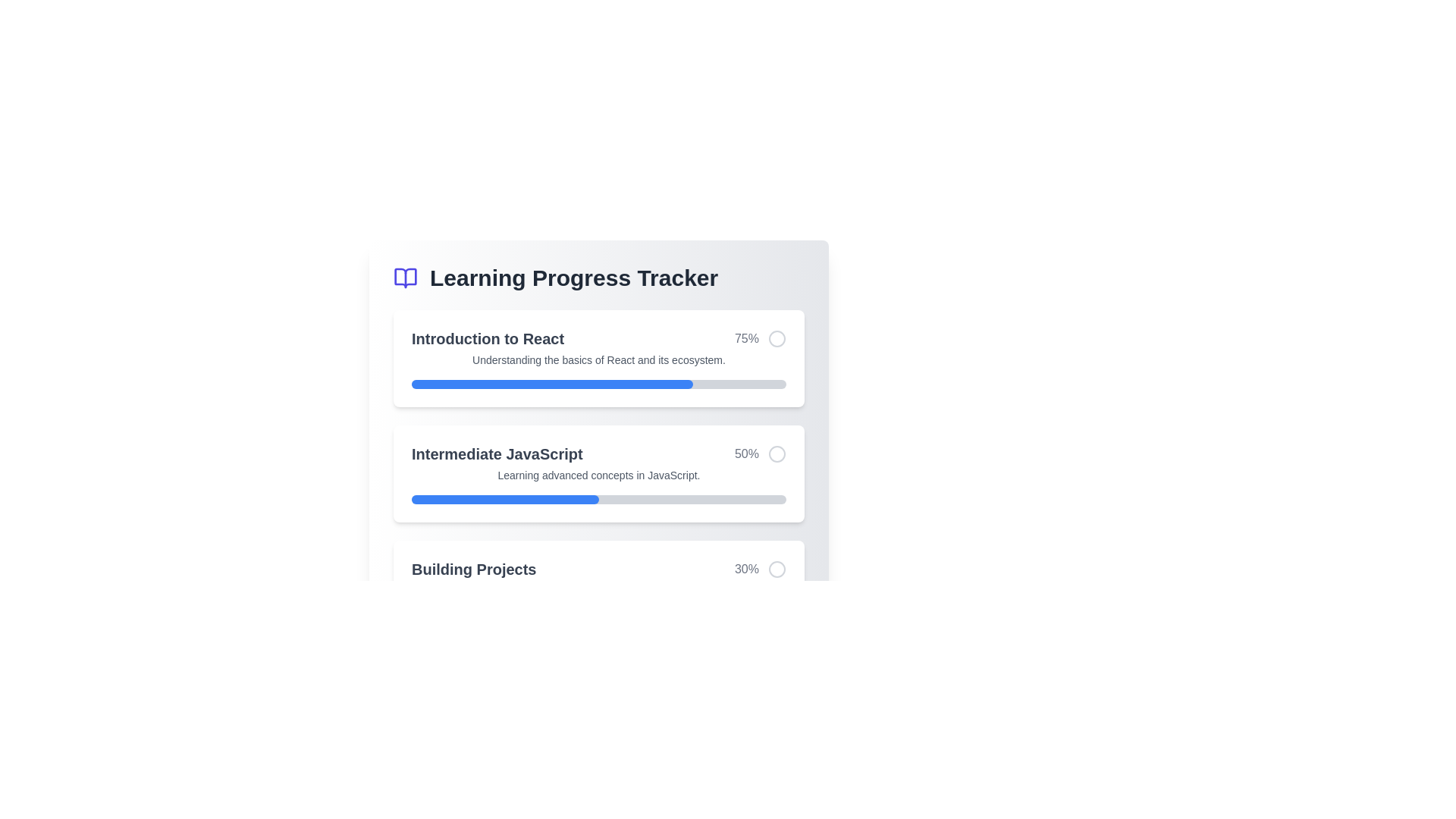  Describe the element at coordinates (777, 338) in the screenshot. I see `the Circle icon that is part of the learning progress tracker, located to the right of the 'Introduction to React' progress tracker, aligning with the '75%' percentage value` at that location.